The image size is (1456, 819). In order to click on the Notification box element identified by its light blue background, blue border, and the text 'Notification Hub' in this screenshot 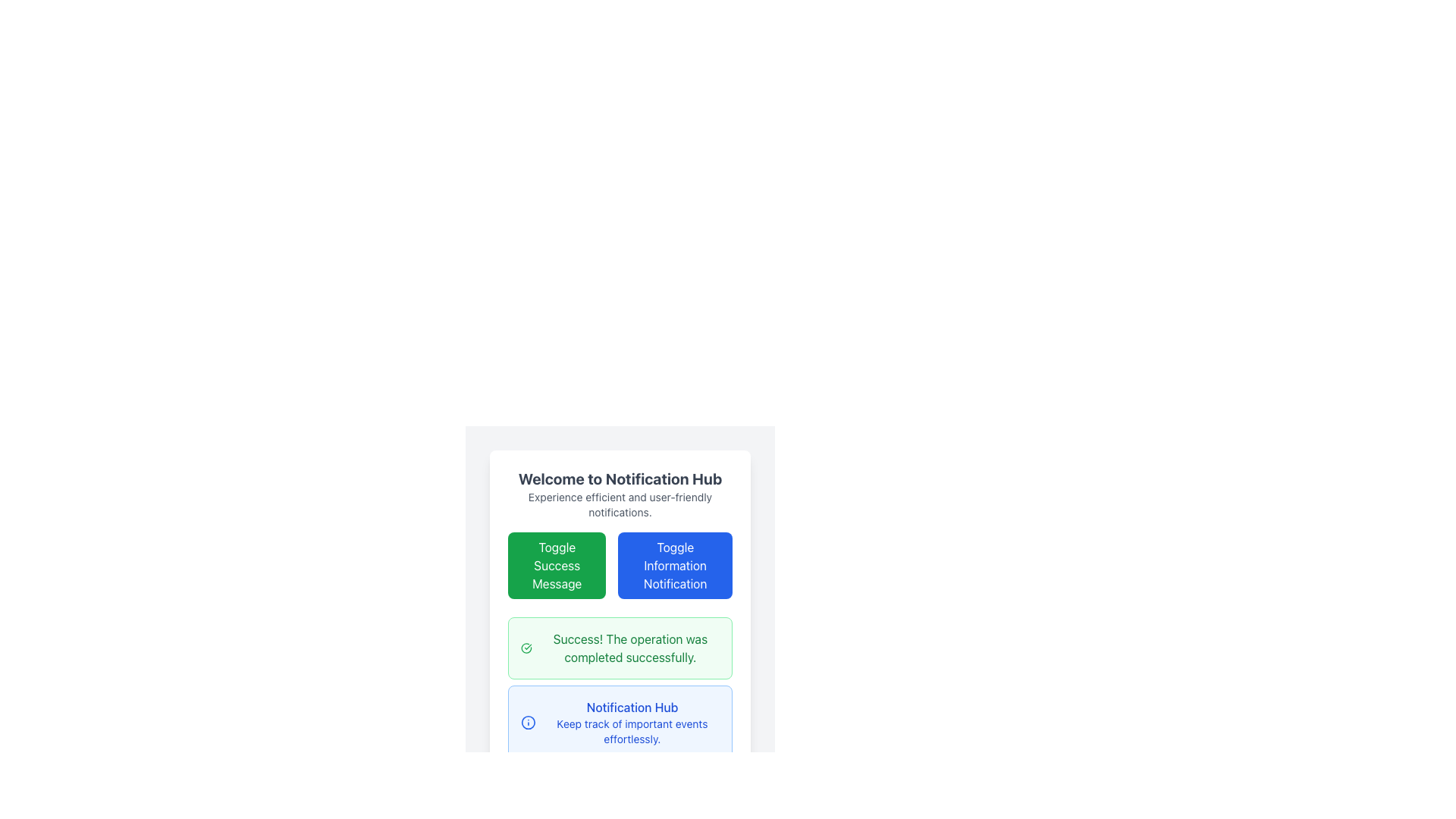, I will do `click(620, 721)`.